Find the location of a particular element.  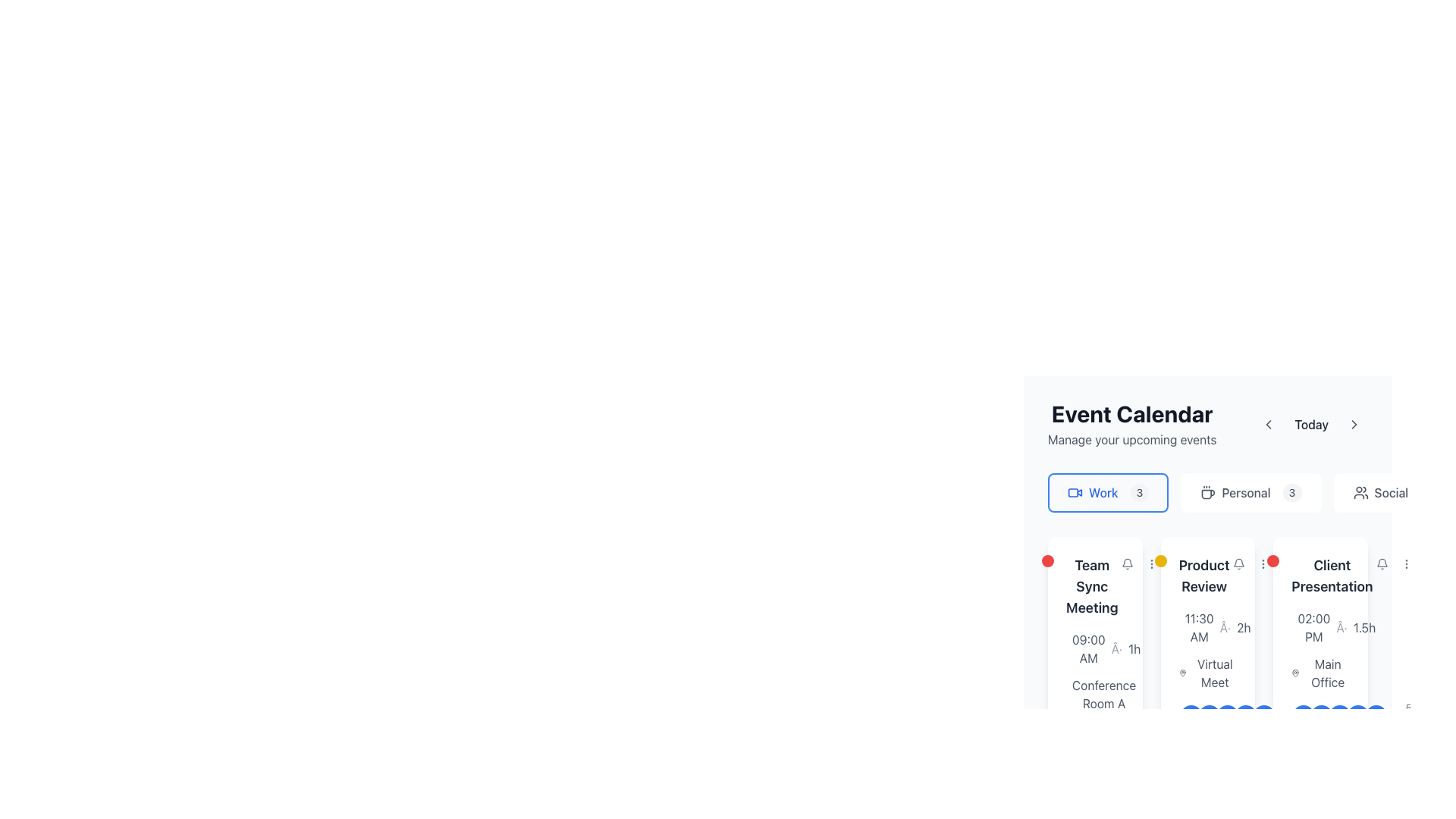

the 'Personal' events icon located on the left edge of the 'Personal 3' button in the event calendar interface is located at coordinates (1207, 493).